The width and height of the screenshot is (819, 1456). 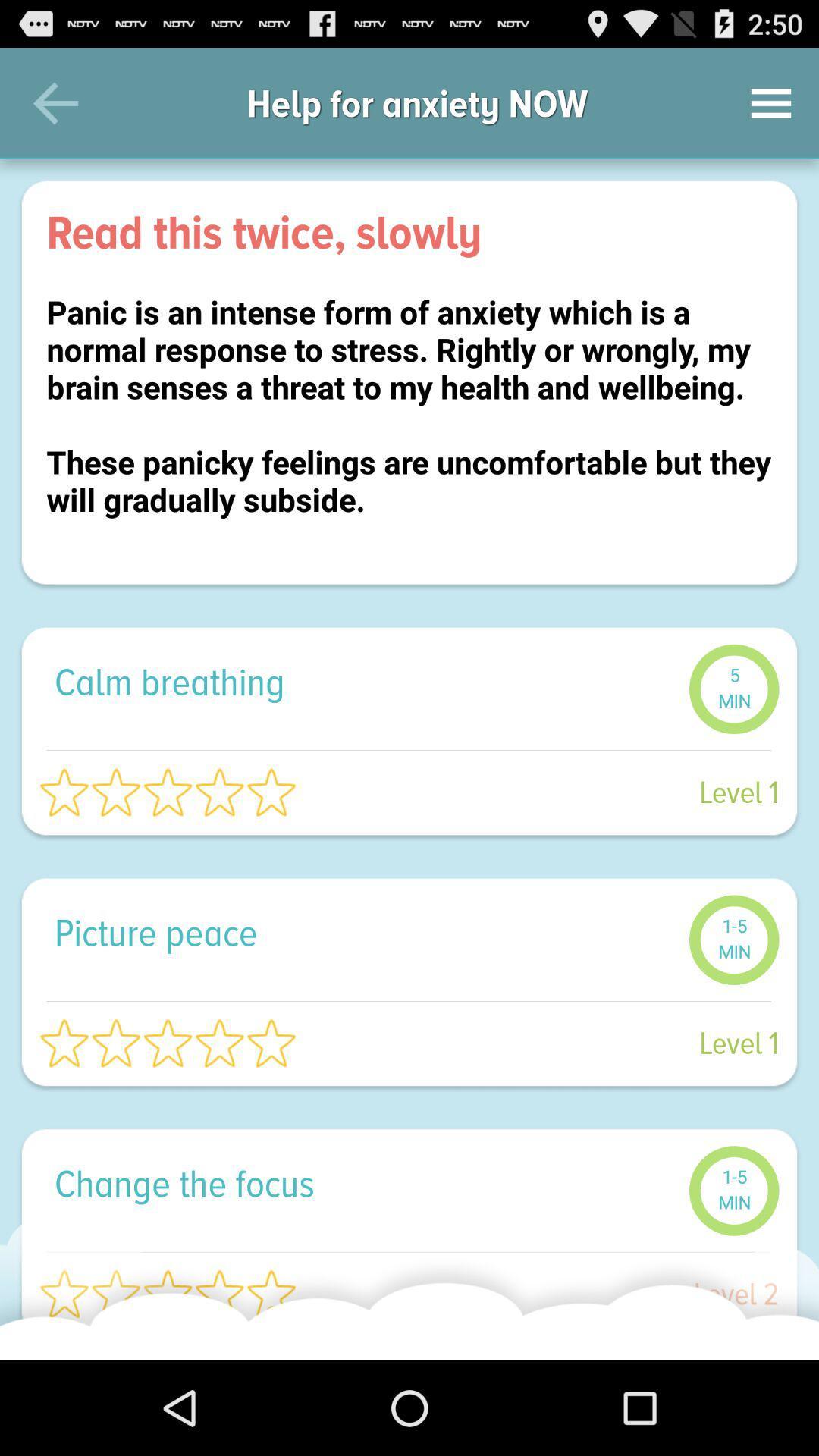 What do you see at coordinates (363, 931) in the screenshot?
I see `the picture peace item` at bounding box center [363, 931].